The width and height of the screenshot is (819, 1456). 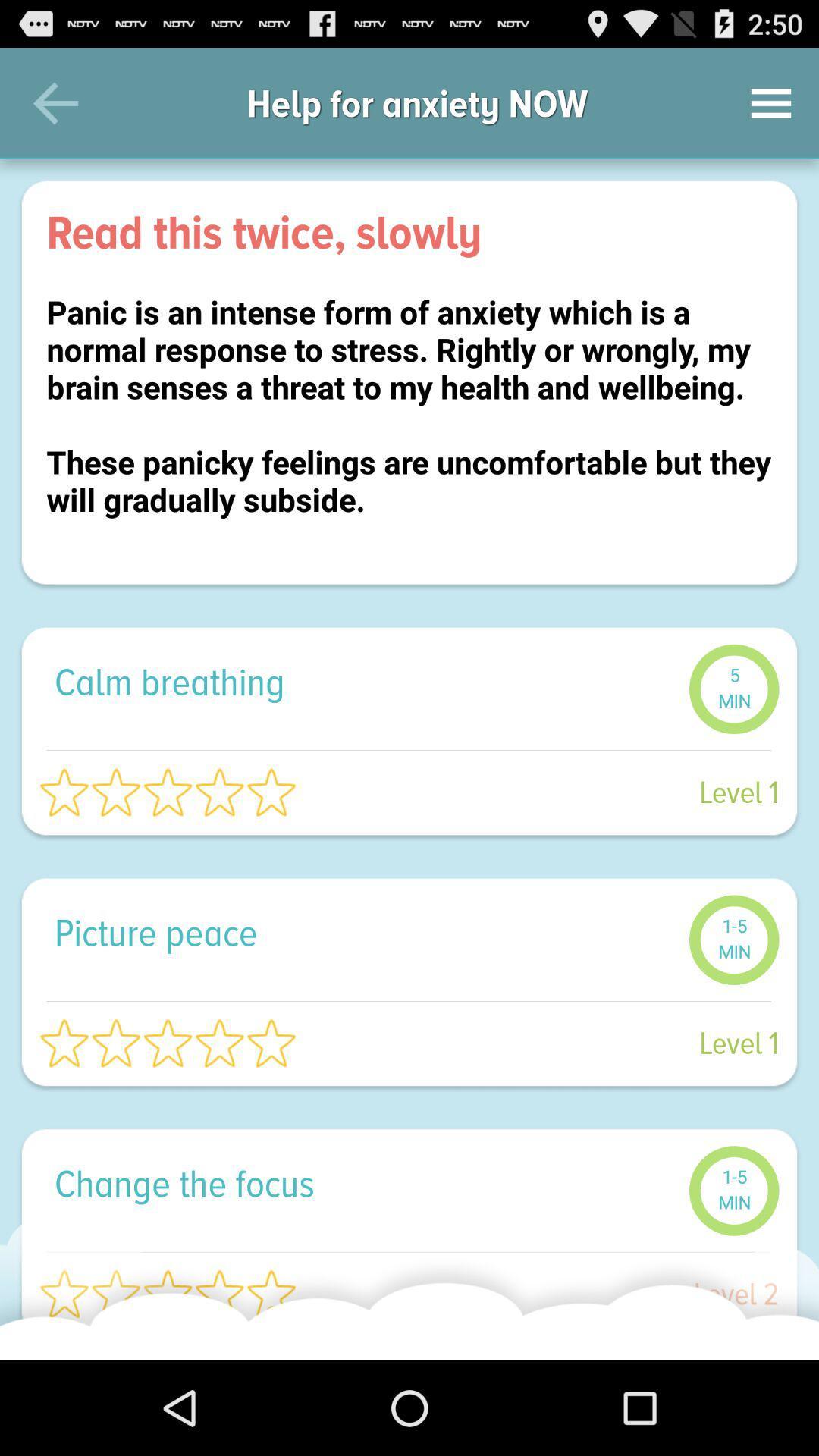 What do you see at coordinates (363, 931) in the screenshot?
I see `the picture peace item` at bounding box center [363, 931].